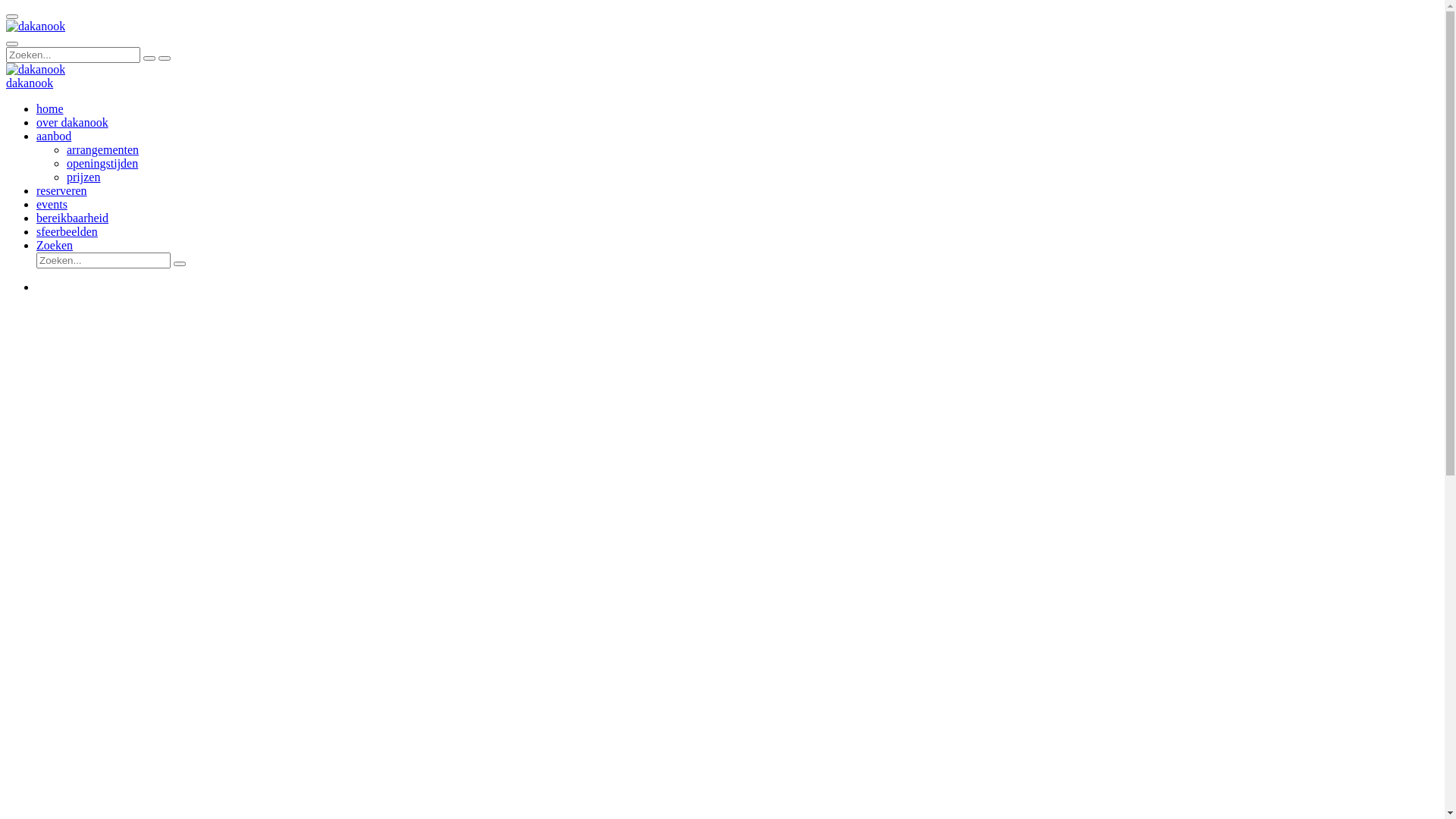 The image size is (1456, 819). I want to click on 'openingstijden', so click(65, 163).